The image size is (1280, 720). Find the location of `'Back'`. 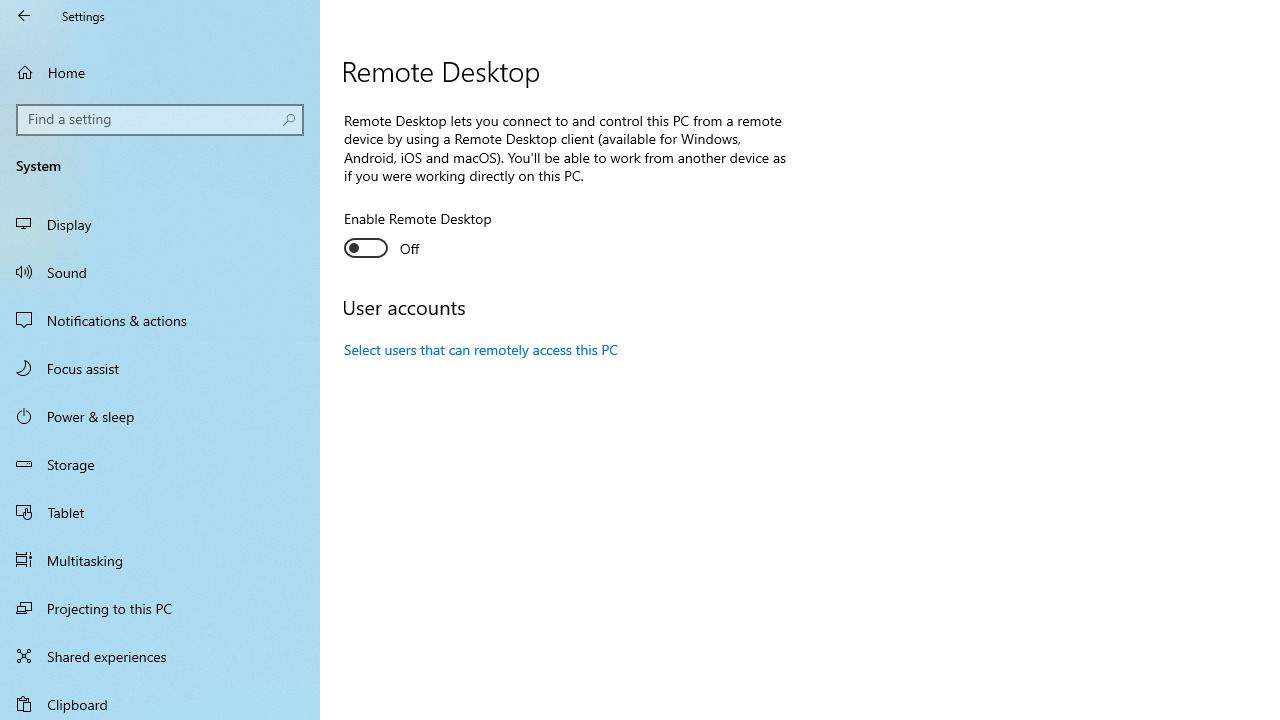

'Back' is located at coordinates (24, 15).